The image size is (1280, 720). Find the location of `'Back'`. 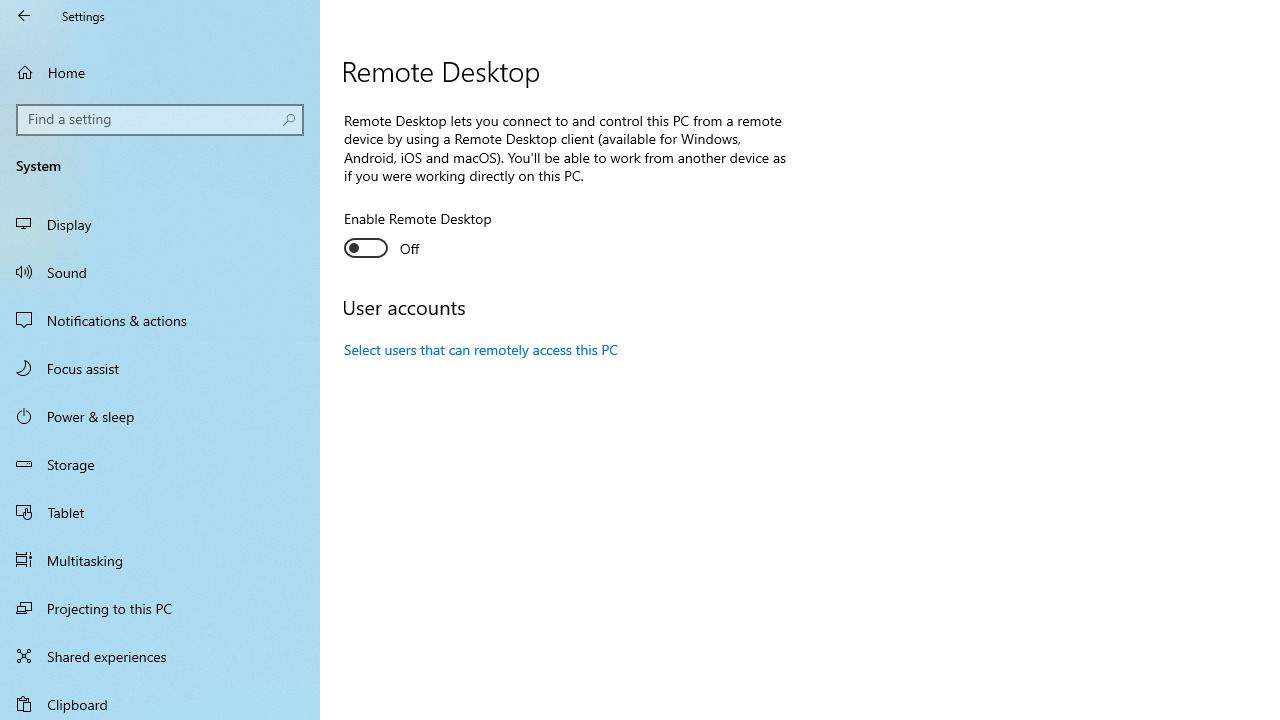

'Back' is located at coordinates (24, 15).